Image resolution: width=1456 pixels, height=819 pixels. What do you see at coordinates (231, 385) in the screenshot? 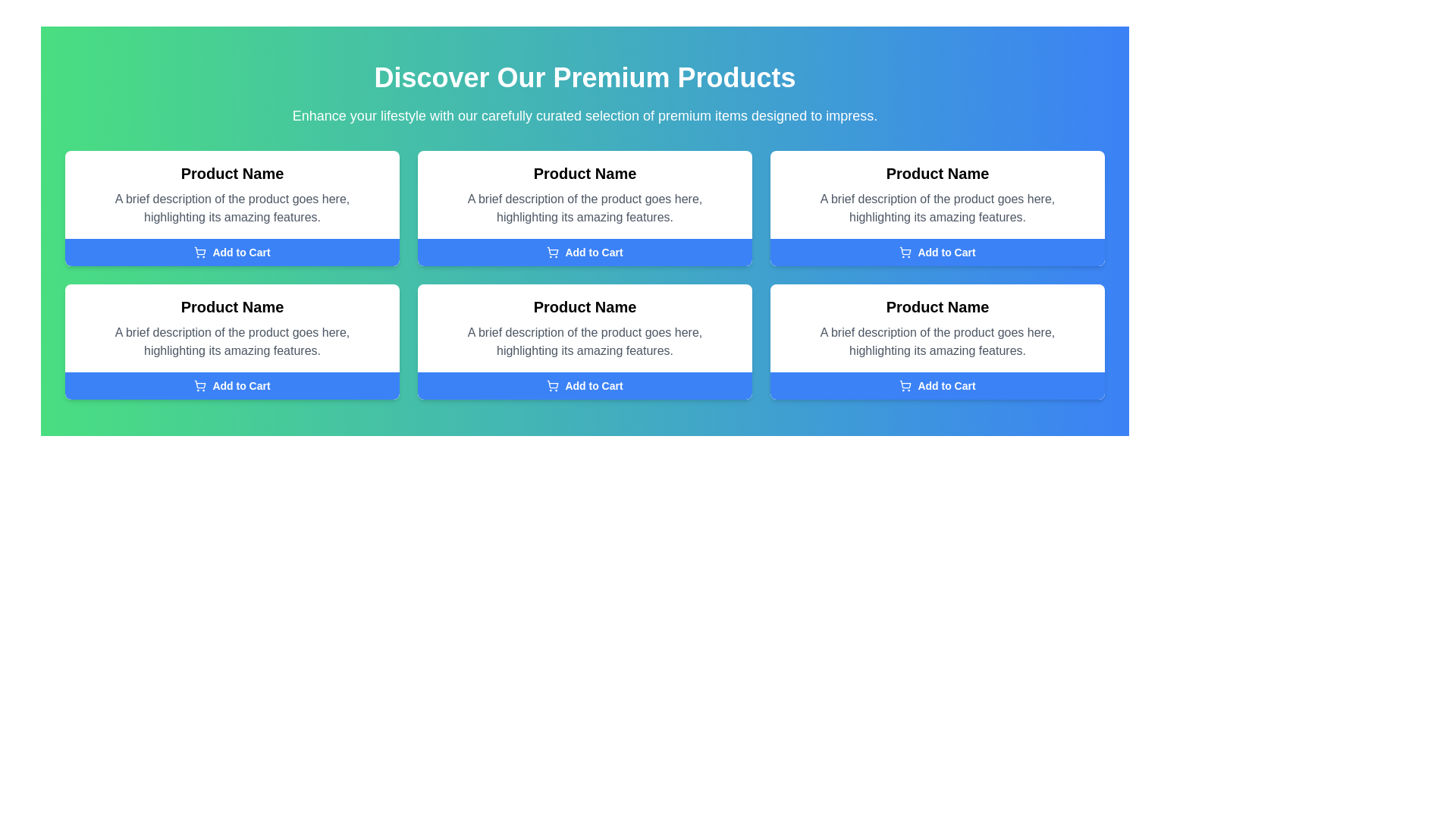
I see `the button located at the bottom edge of the fourth product card in the second row of a 3x2 grid layout` at bounding box center [231, 385].